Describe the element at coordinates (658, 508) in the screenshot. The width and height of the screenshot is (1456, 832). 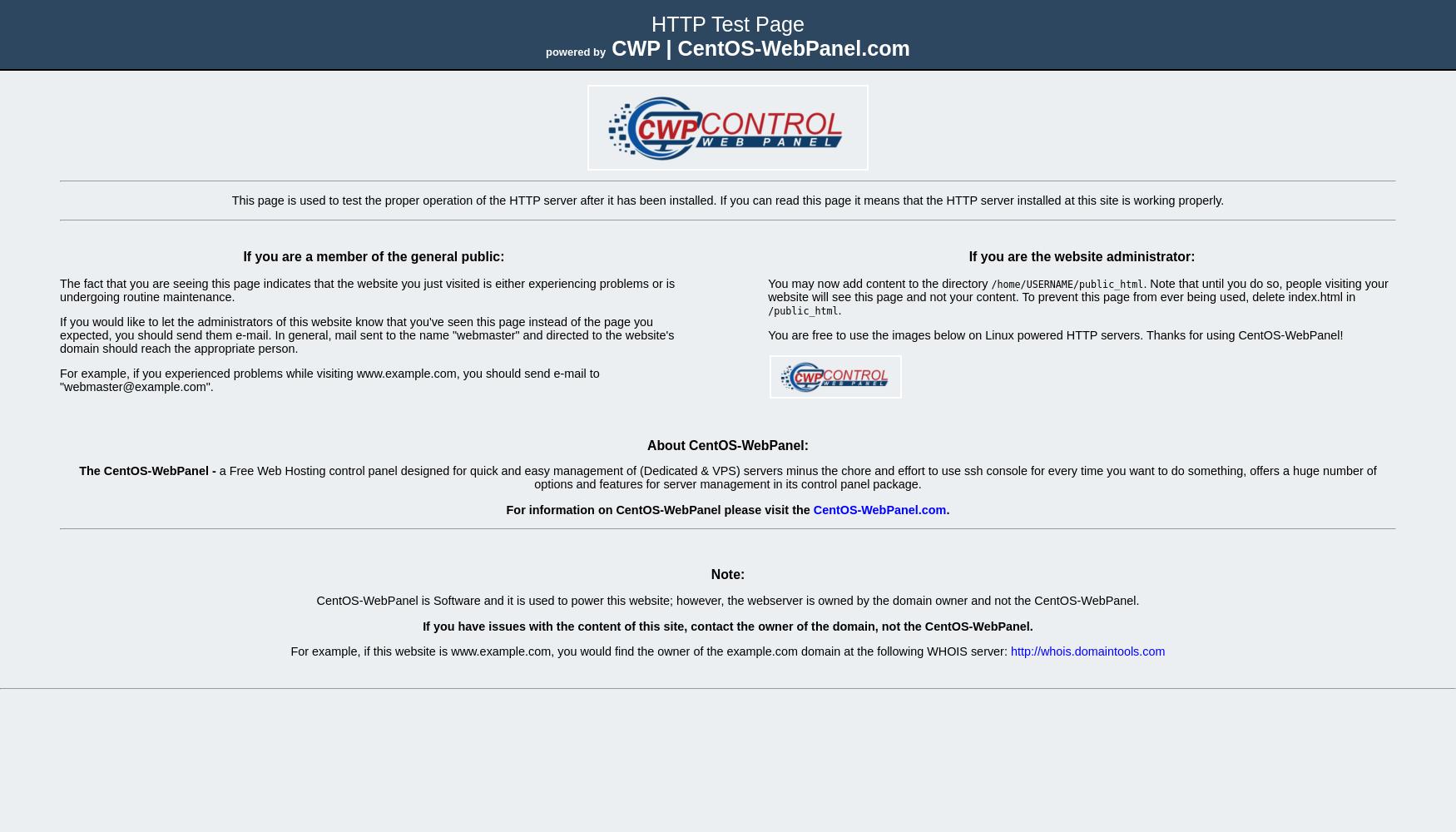
I see `'For information on CentOS-WebPanel please visit the'` at that location.